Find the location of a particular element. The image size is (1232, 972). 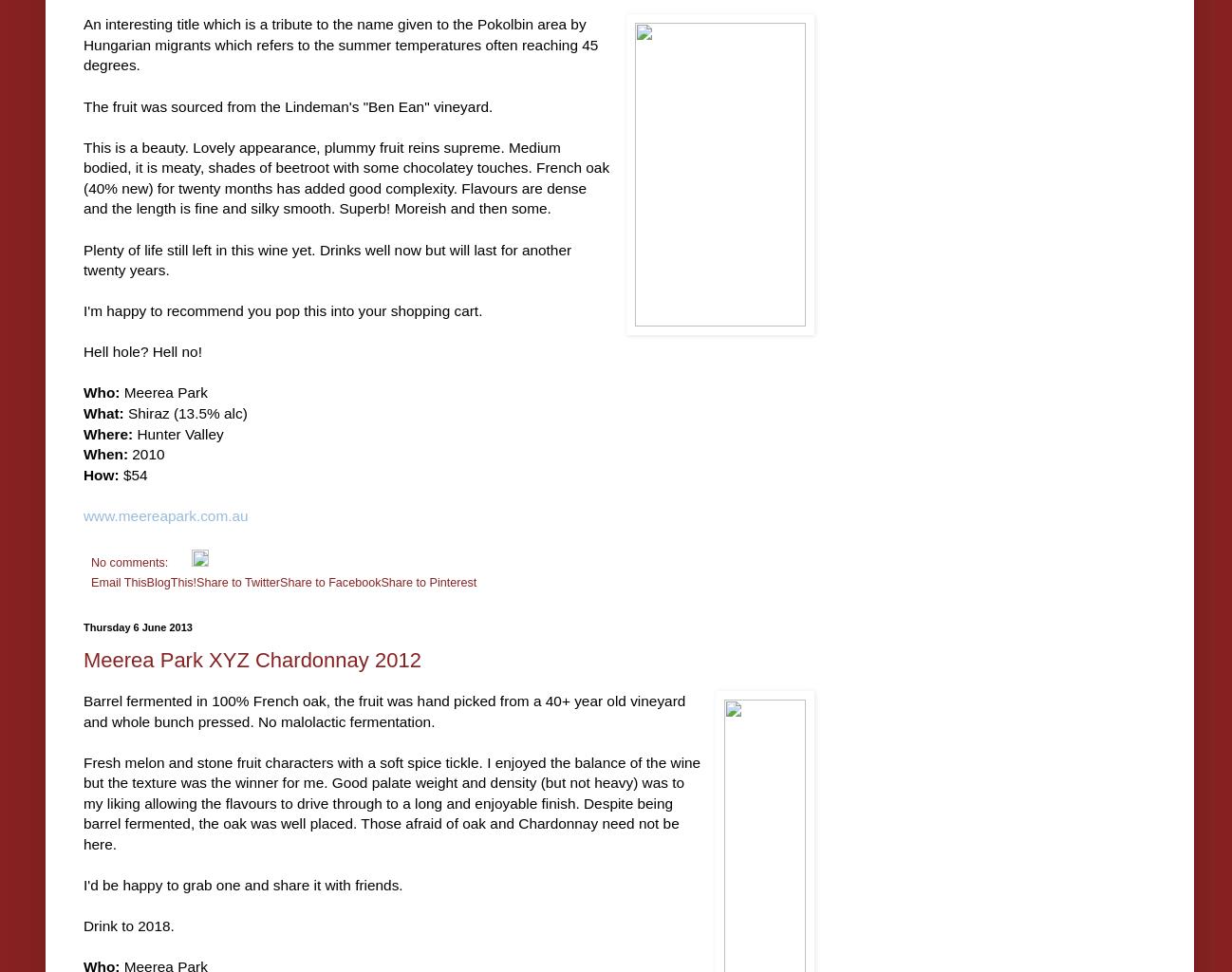

'Hell hole? Hell no!' is located at coordinates (141, 351).